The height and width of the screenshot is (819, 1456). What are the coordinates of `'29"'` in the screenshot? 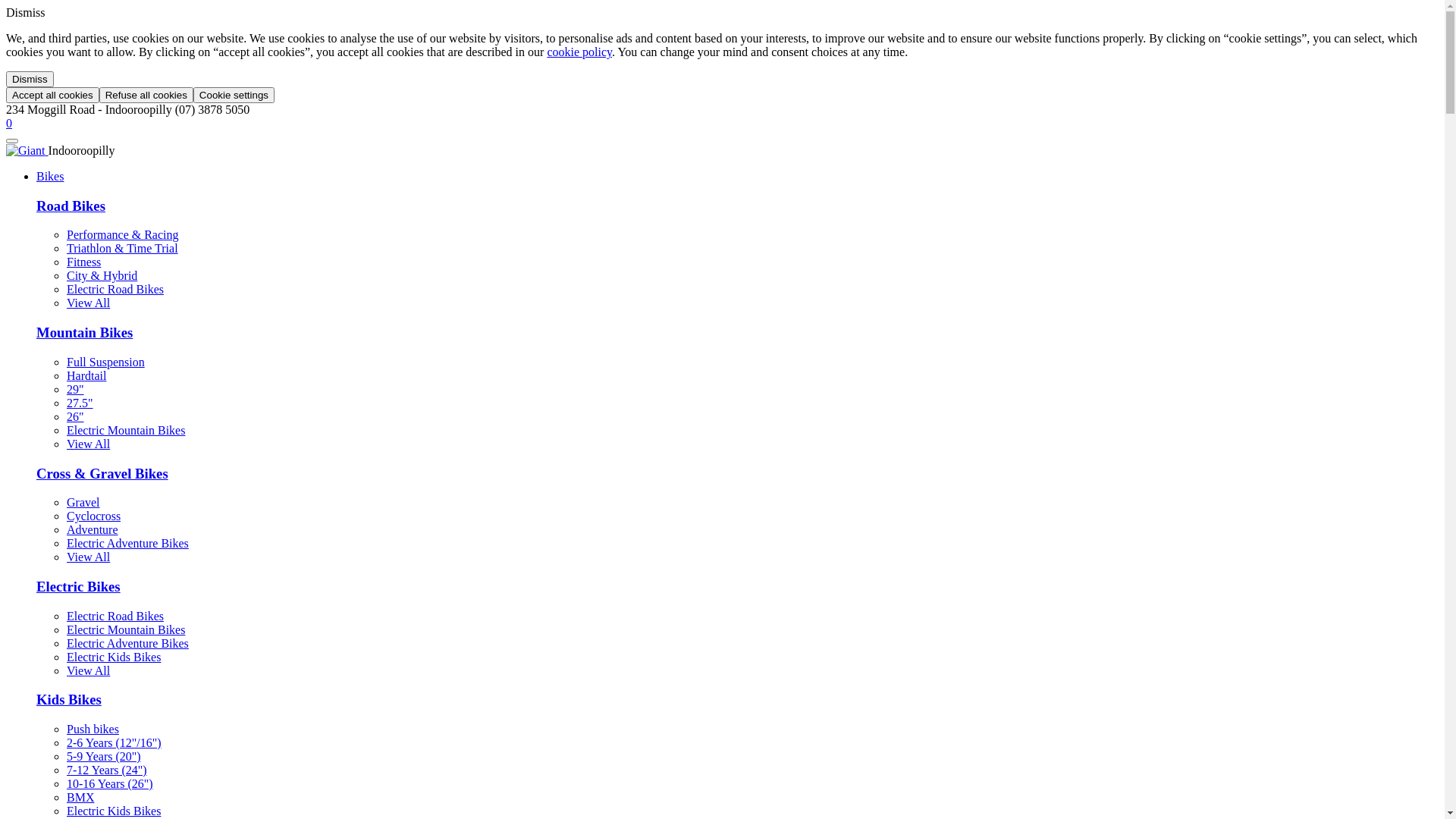 It's located at (74, 388).